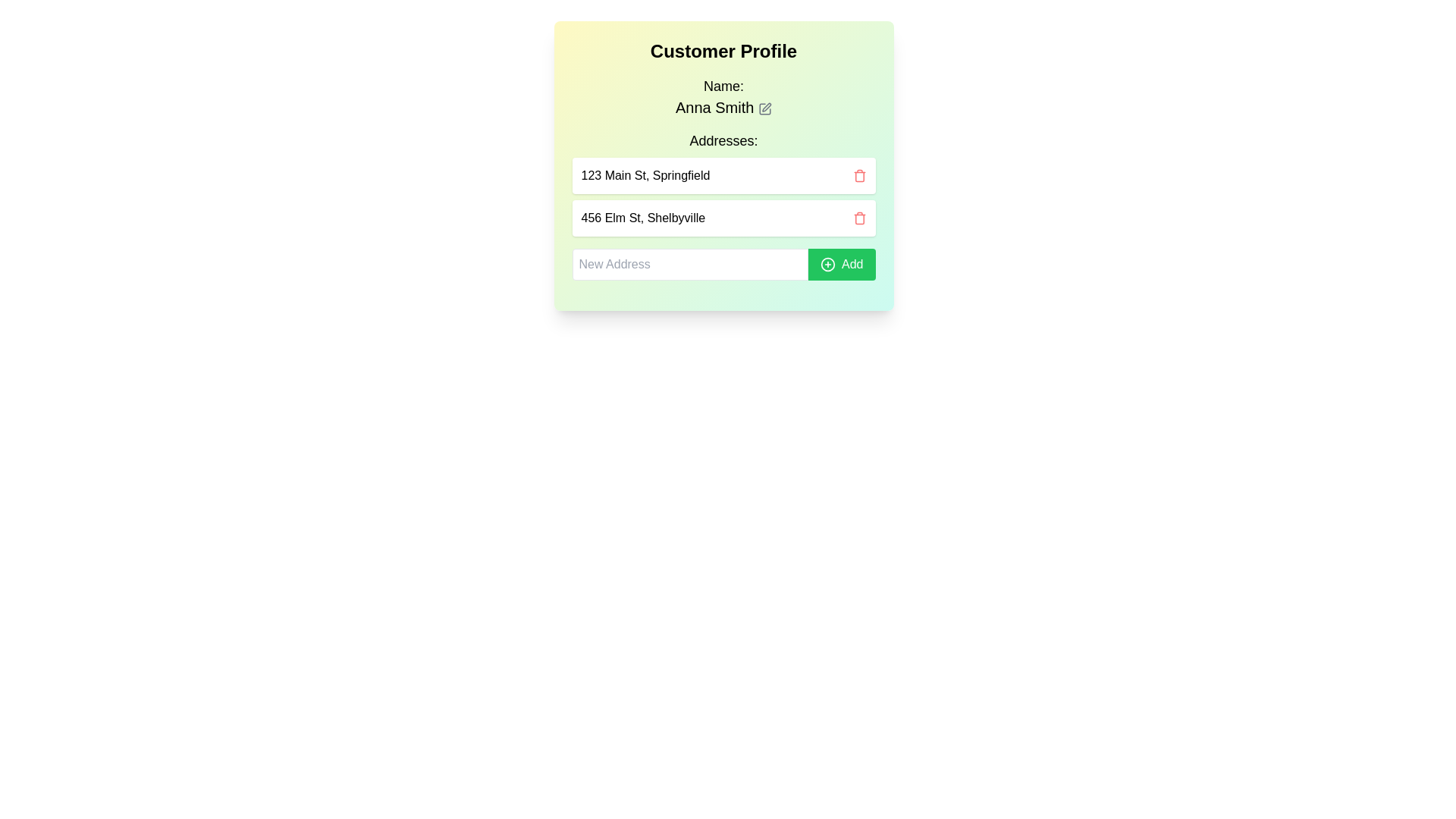  What do you see at coordinates (827, 263) in the screenshot?
I see `the decorative graphical shape within the 'Add' button located next to the 'New Address' text input field in the address management panel` at bounding box center [827, 263].